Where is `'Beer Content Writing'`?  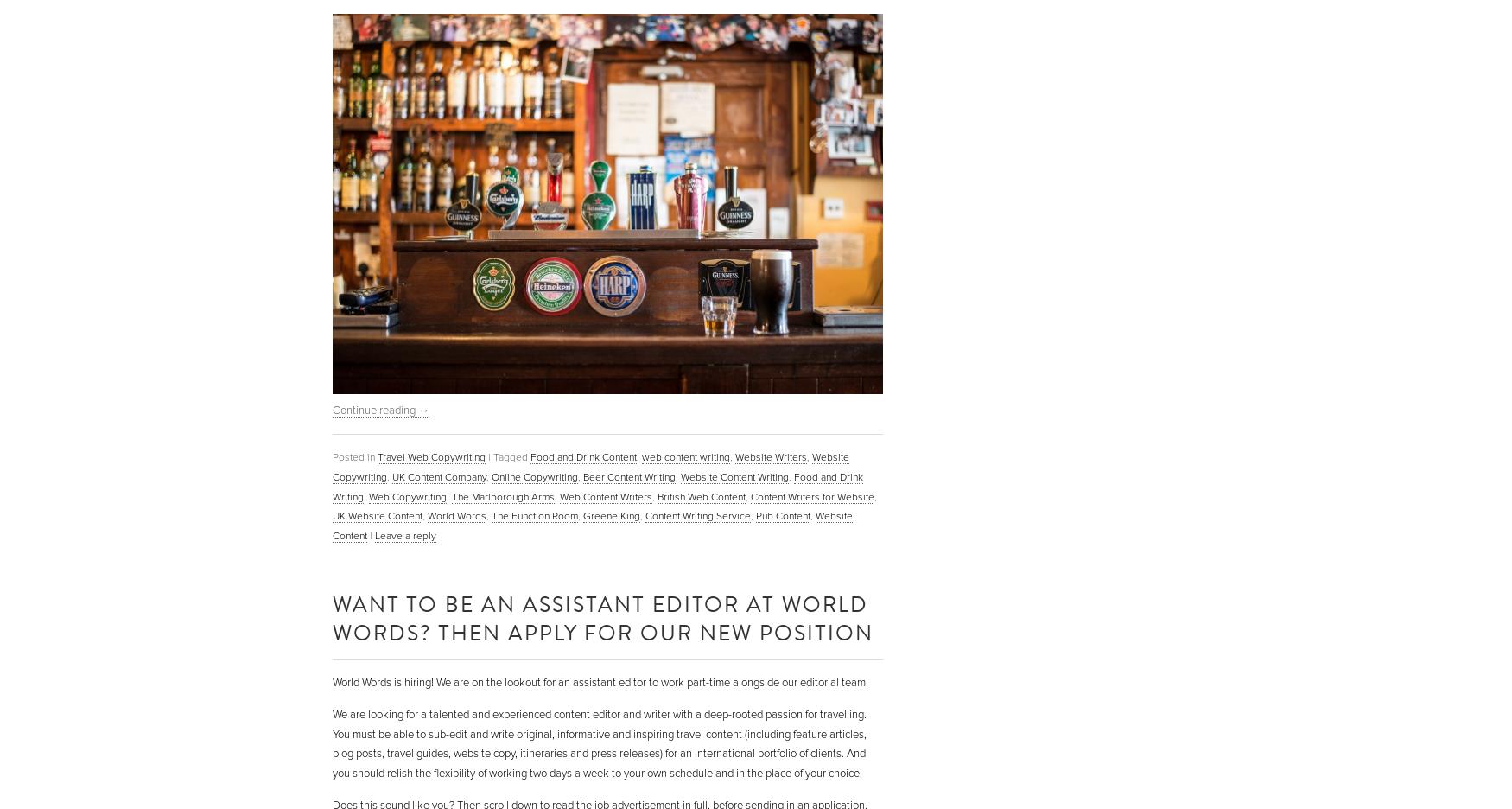 'Beer Content Writing' is located at coordinates (629, 475).